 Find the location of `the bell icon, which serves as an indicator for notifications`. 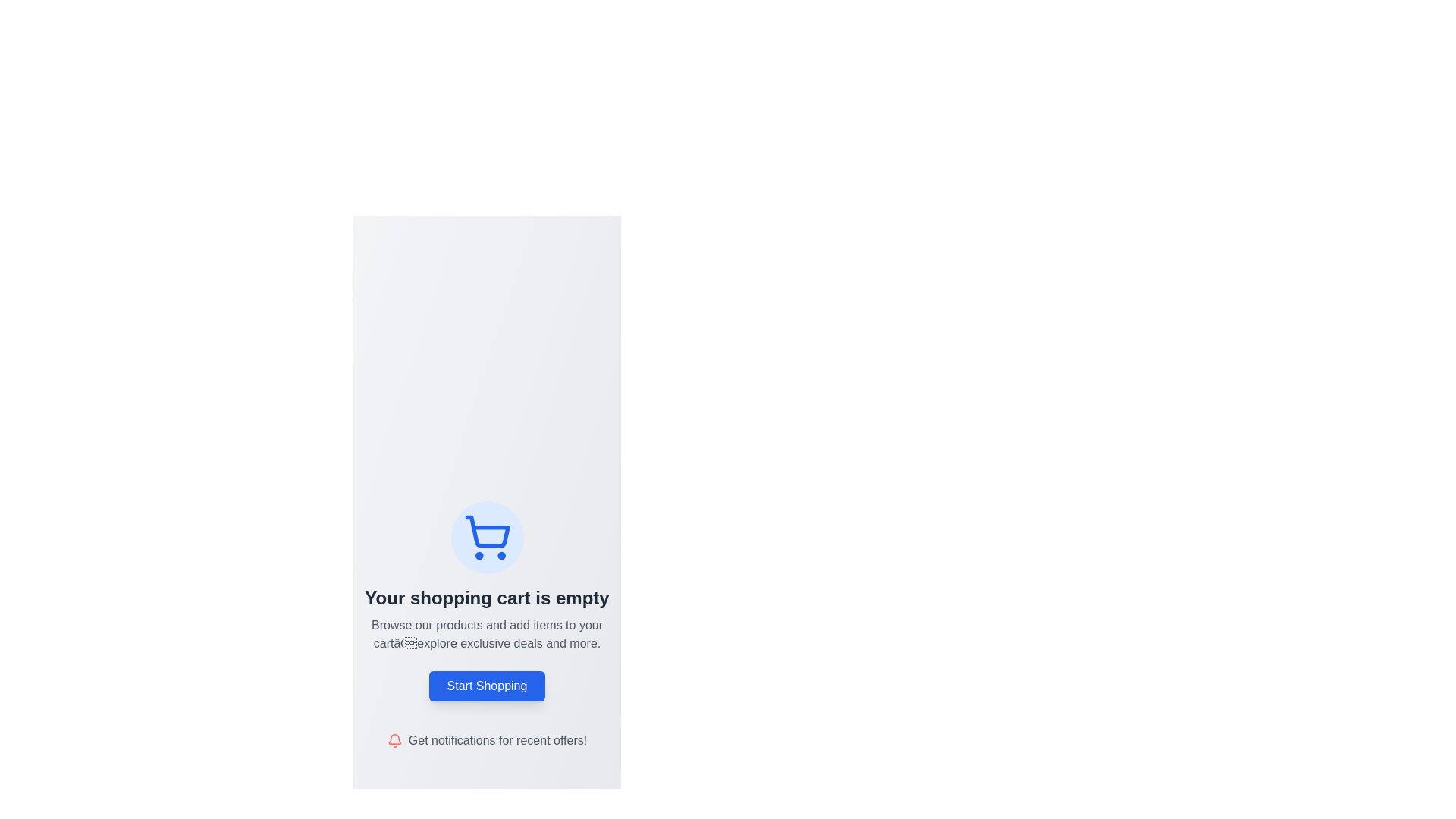

the bell icon, which serves as an indicator for notifications is located at coordinates (394, 739).